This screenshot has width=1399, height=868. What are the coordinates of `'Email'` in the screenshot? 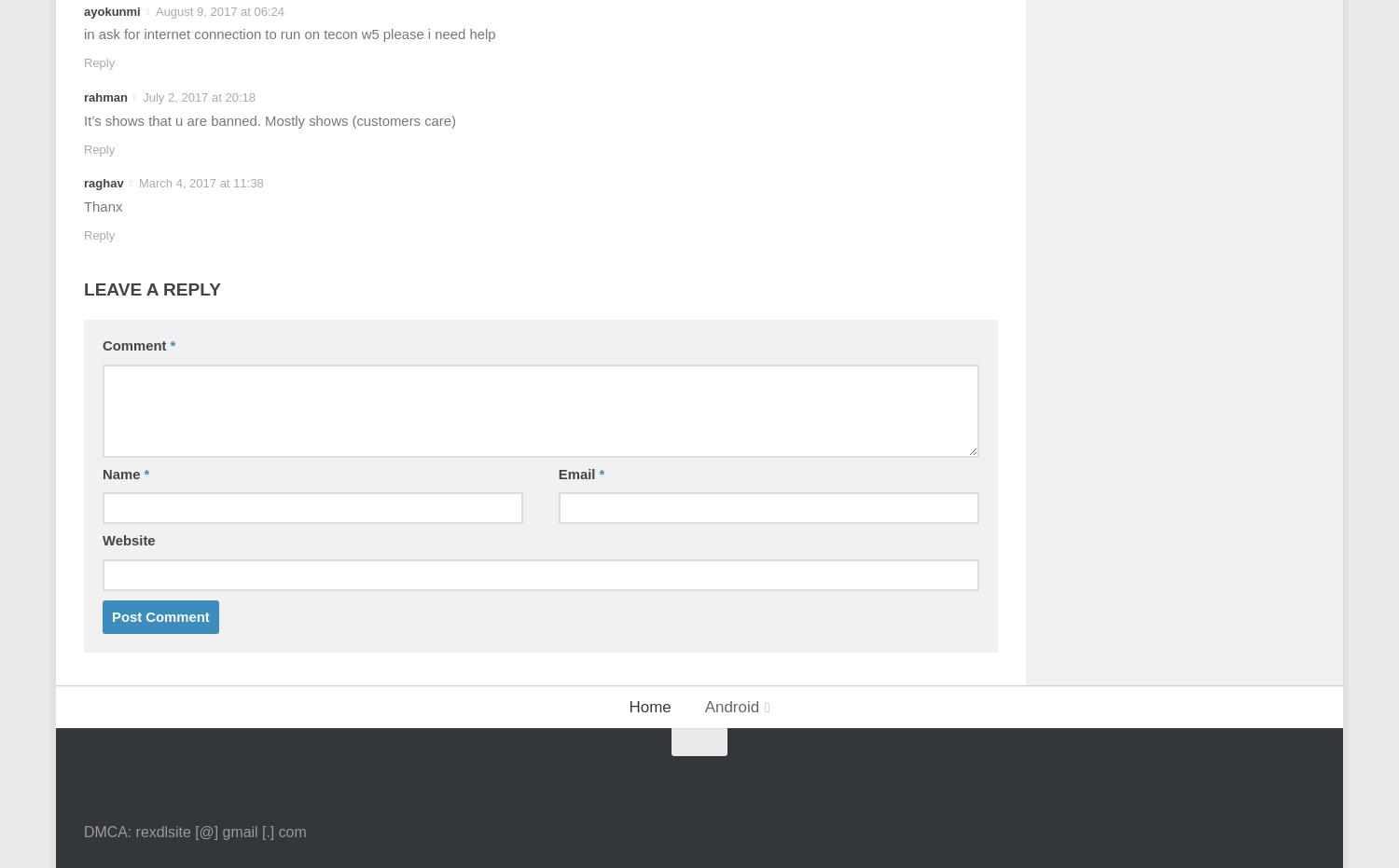 It's located at (576, 473).